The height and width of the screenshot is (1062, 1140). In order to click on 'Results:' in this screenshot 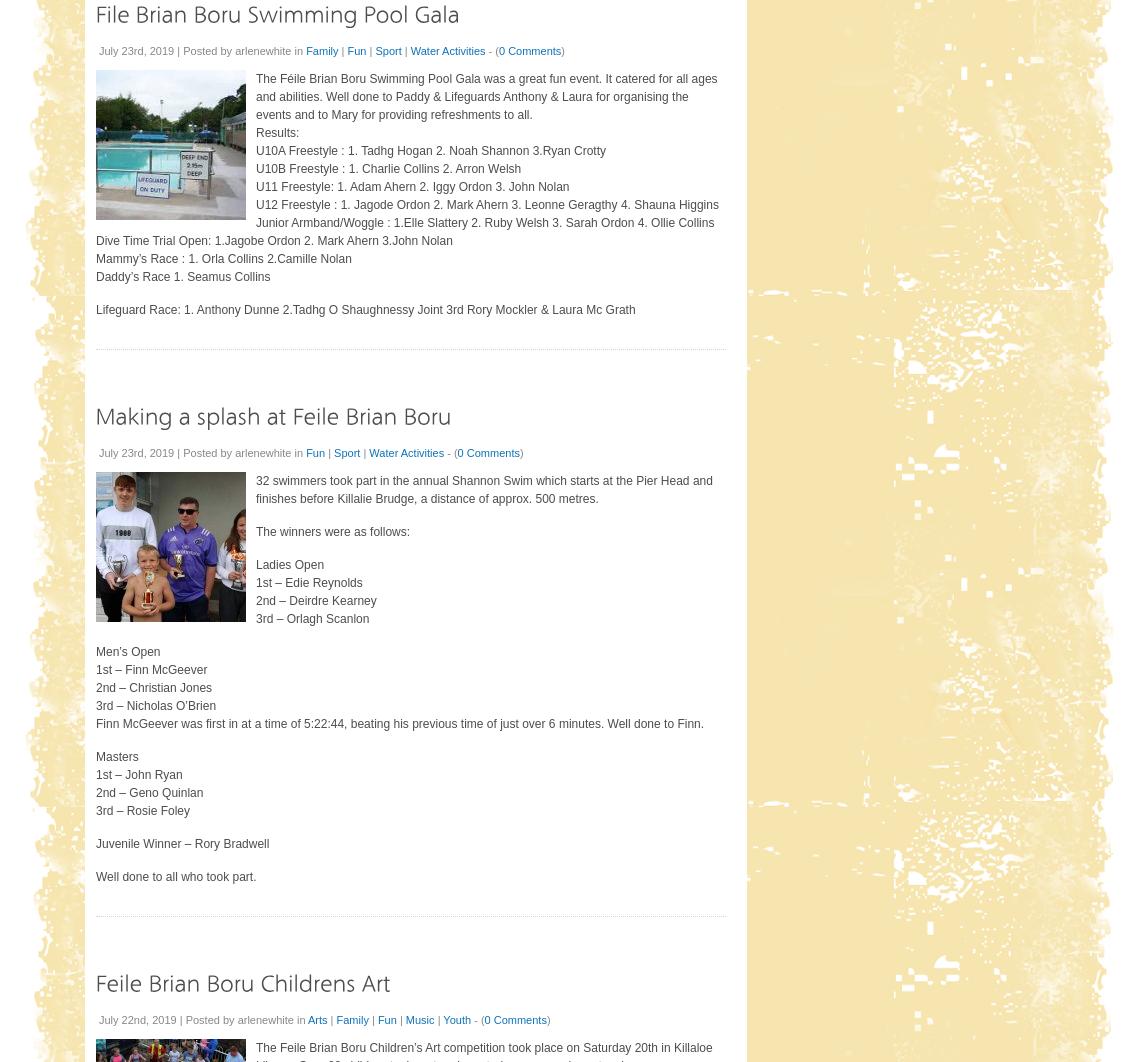, I will do `click(276, 132)`.